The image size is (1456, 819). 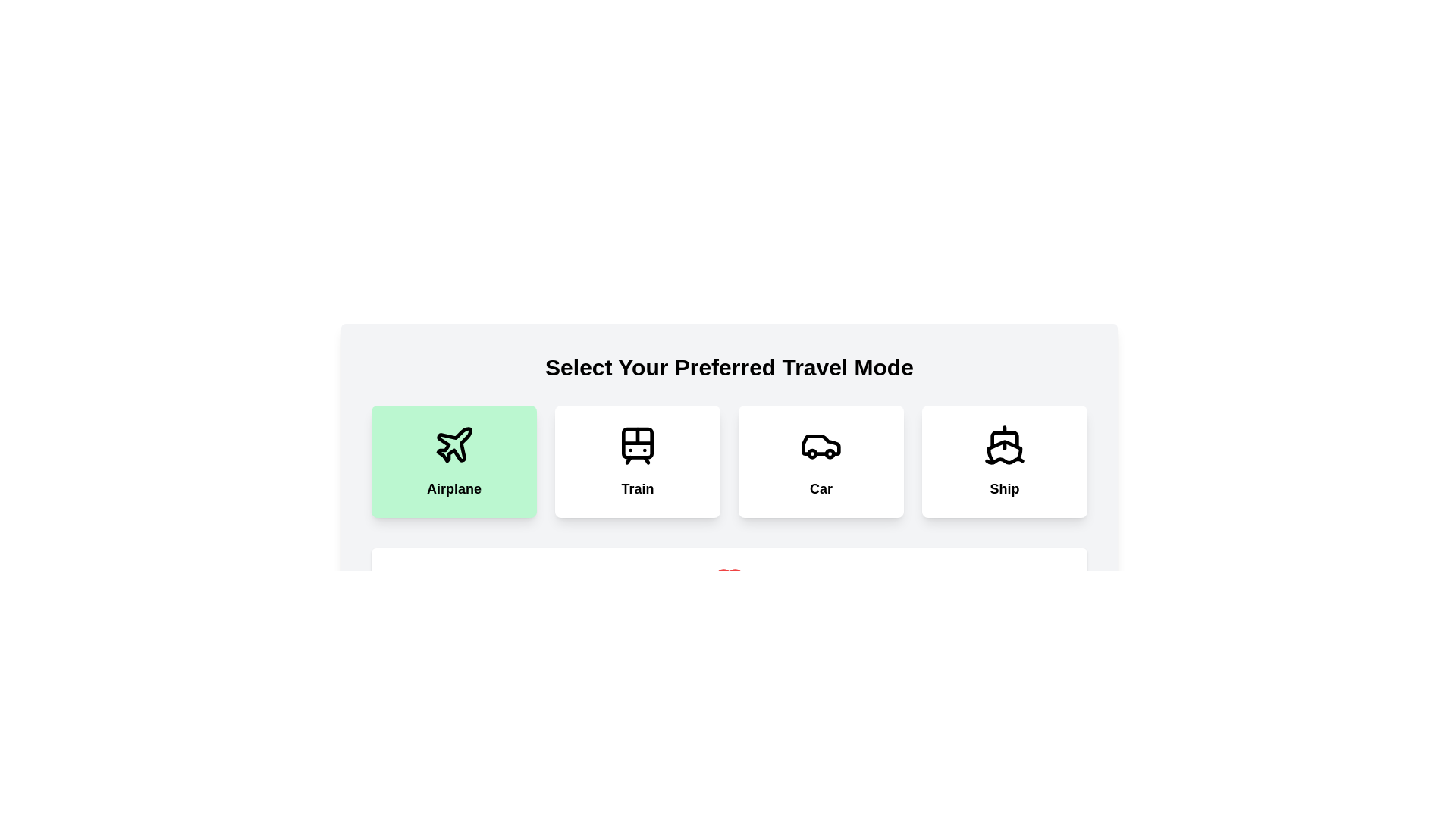 What do you see at coordinates (821, 444) in the screenshot?
I see `the car icon located centrally within the 'Car' card, which is the third card in a horizontal group of four cards for selecting travel modes under the heading 'Select Your Preferred Travel Mode'` at bounding box center [821, 444].